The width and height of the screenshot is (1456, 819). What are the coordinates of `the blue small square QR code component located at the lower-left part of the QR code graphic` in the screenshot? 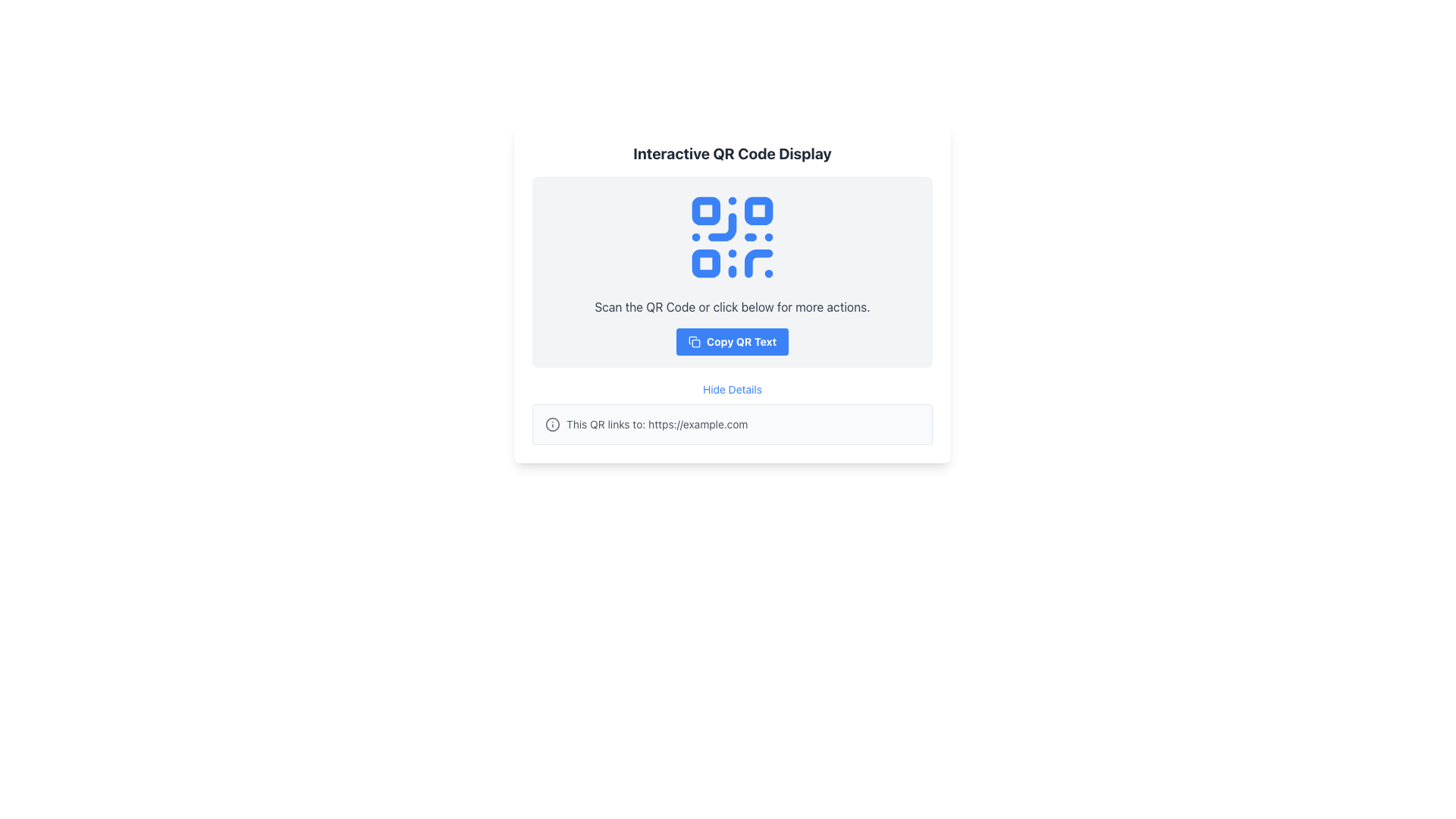 It's located at (705, 262).